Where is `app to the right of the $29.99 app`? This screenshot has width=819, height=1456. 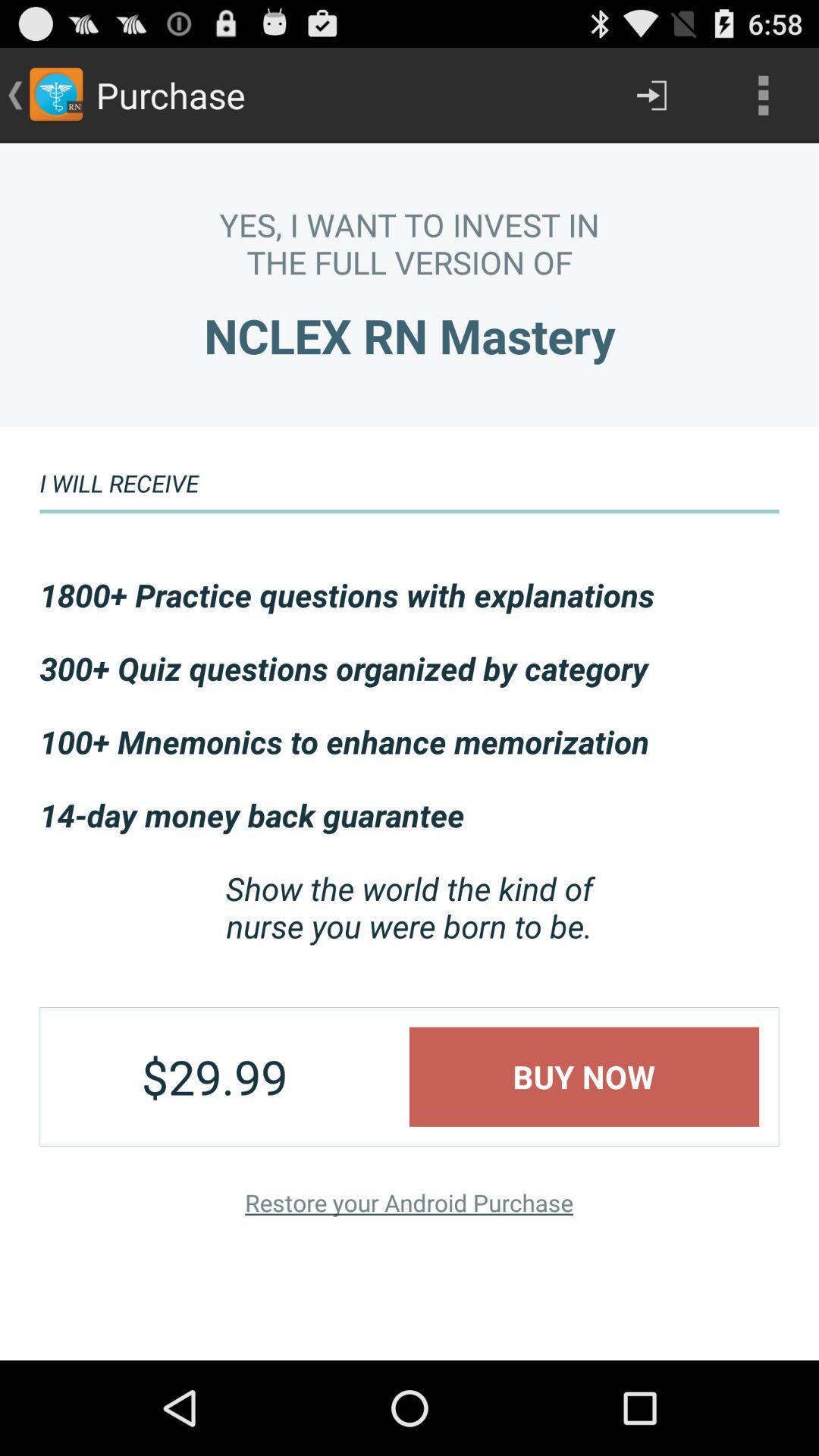
app to the right of the $29.99 app is located at coordinates (583, 1076).